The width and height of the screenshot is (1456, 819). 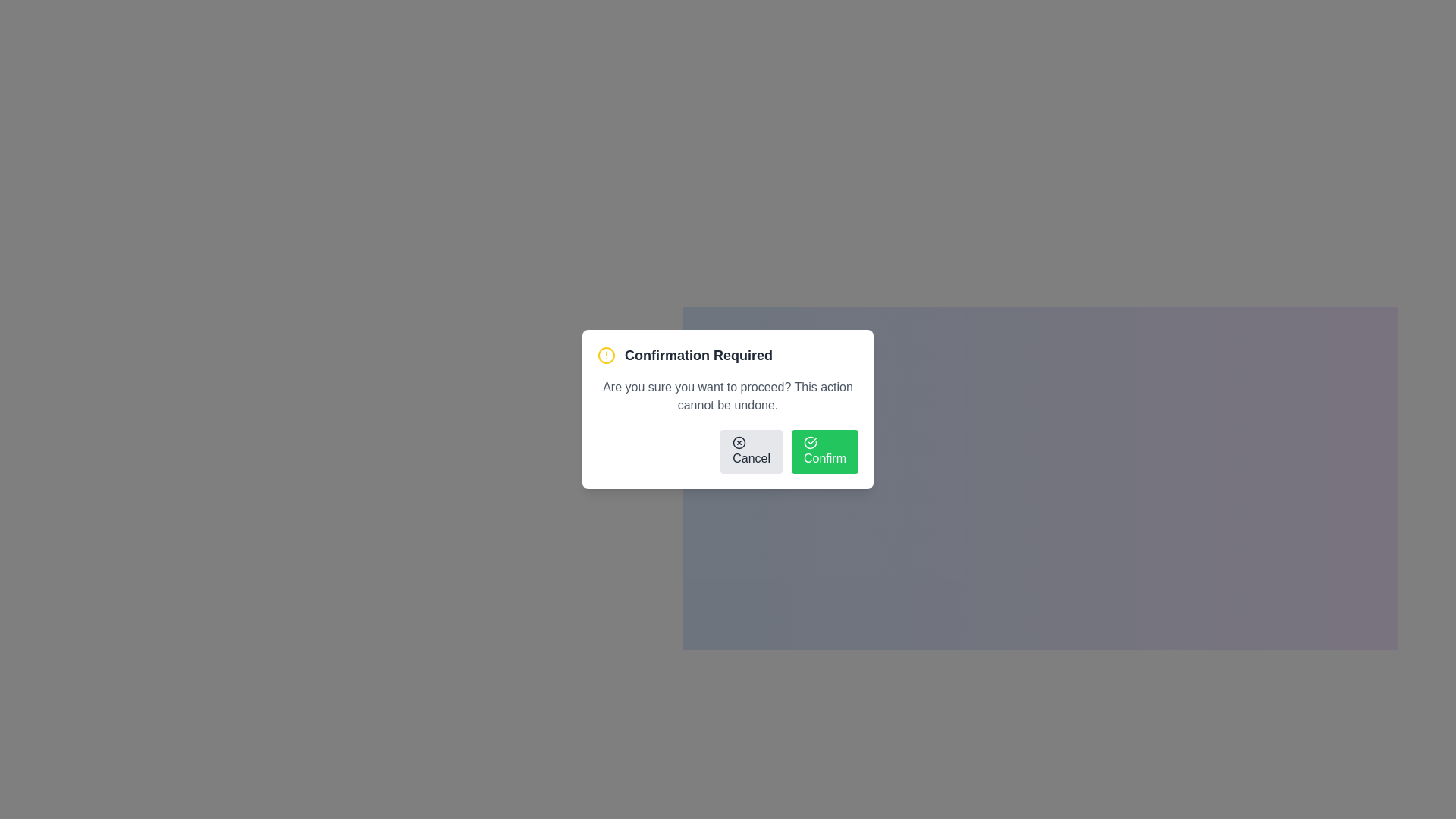 What do you see at coordinates (607, 356) in the screenshot?
I see `the meaning of the alert icon with a yellow border located to the left of the 'Confirmation Required' text in the top-left part of the confirmation dialog box` at bounding box center [607, 356].